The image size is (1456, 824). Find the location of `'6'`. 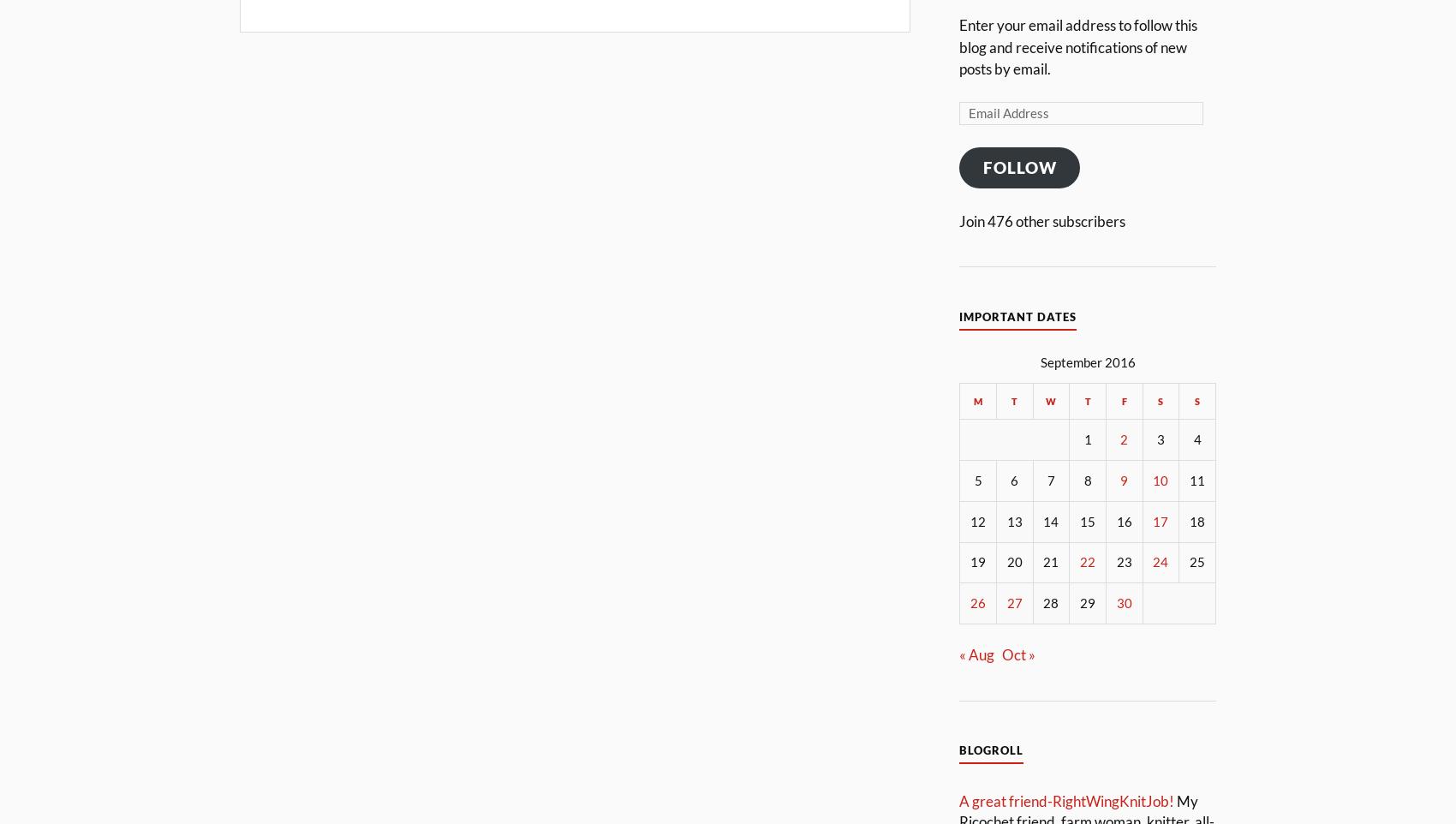

'6' is located at coordinates (1013, 479).